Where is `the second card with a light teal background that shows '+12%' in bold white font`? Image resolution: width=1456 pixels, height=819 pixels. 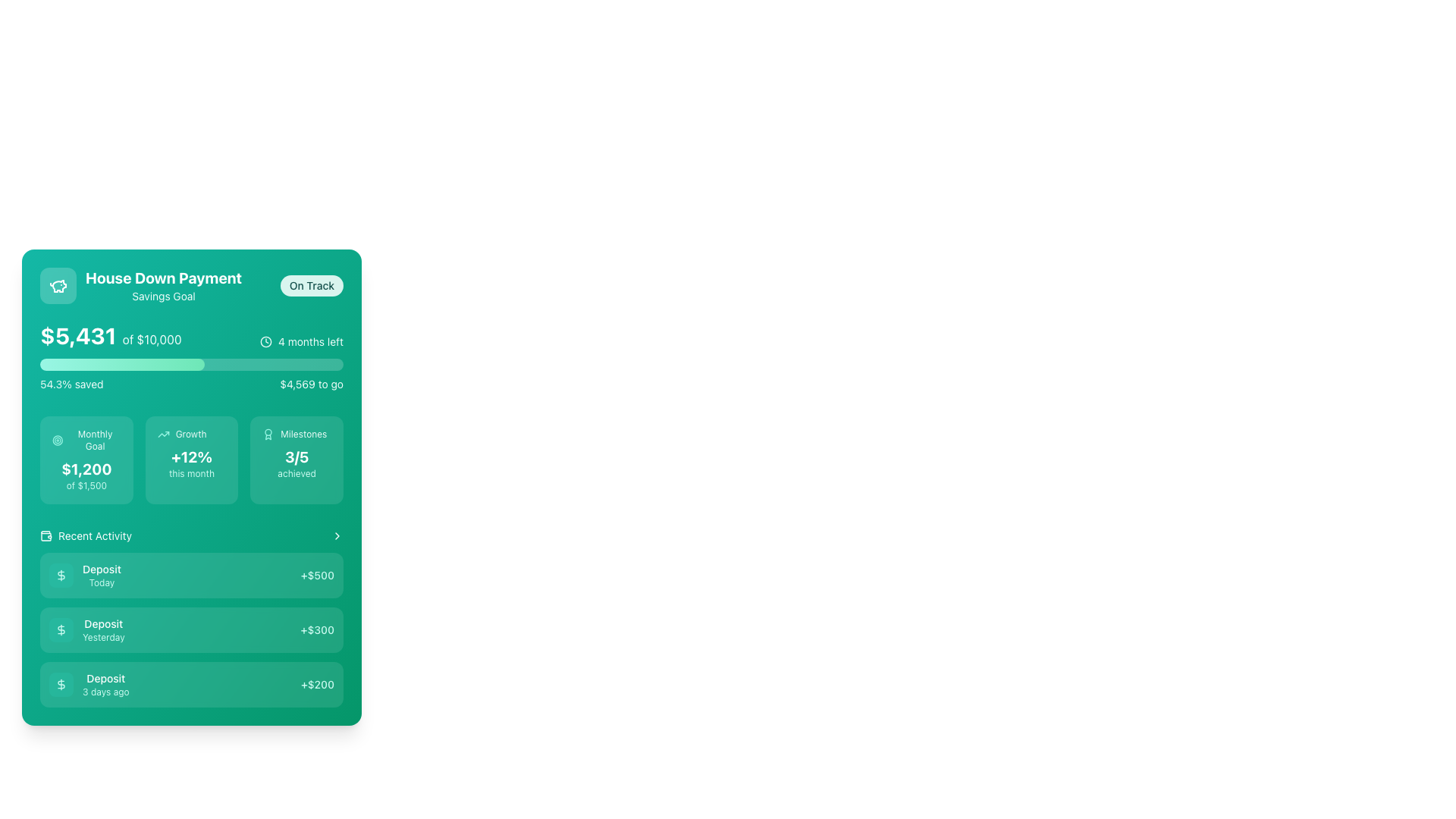 the second card with a light teal background that shows '+12%' in bold white font is located at coordinates (191, 459).